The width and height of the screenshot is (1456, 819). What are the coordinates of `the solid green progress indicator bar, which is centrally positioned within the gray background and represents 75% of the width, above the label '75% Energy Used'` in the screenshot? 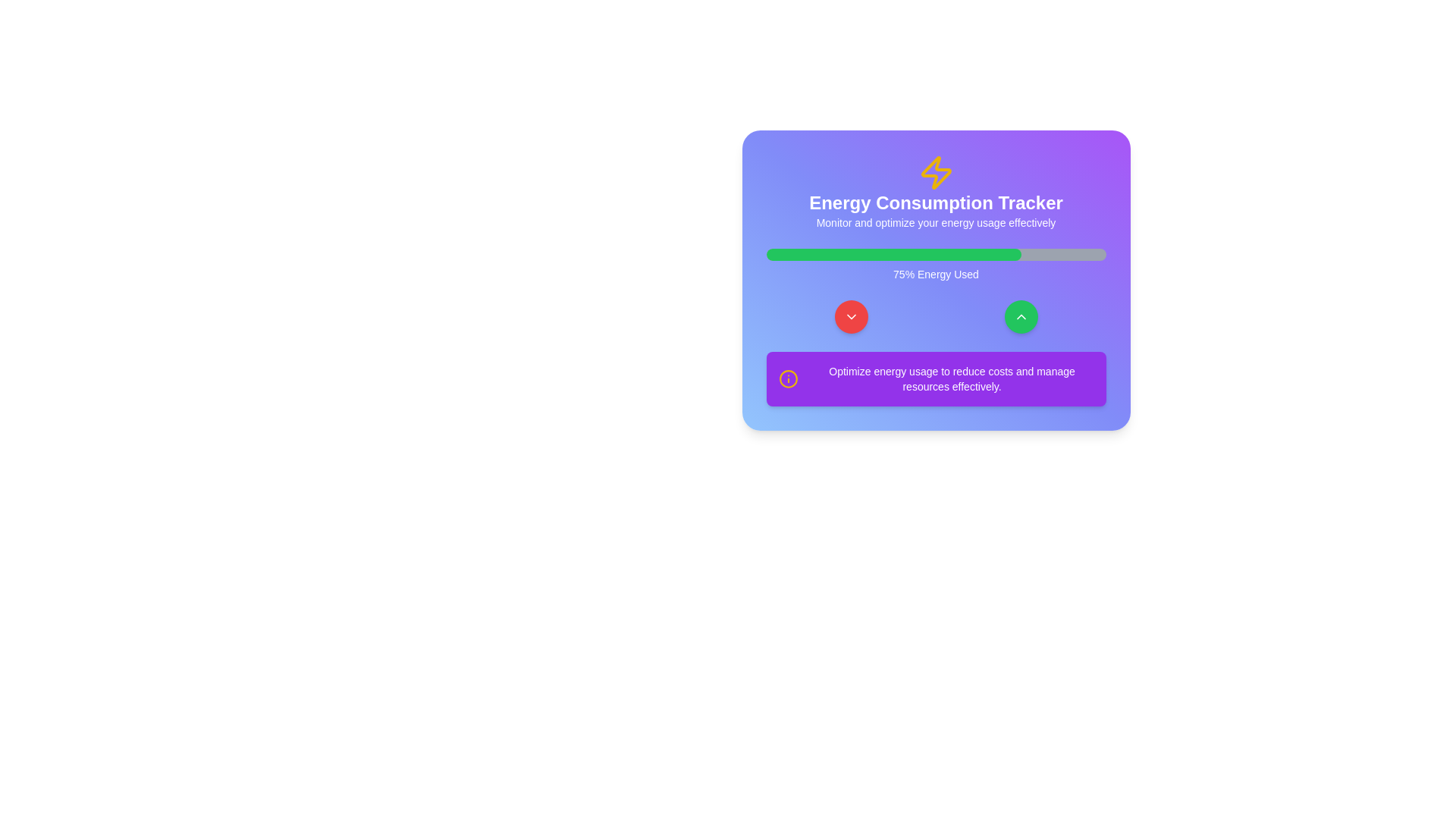 It's located at (893, 253).